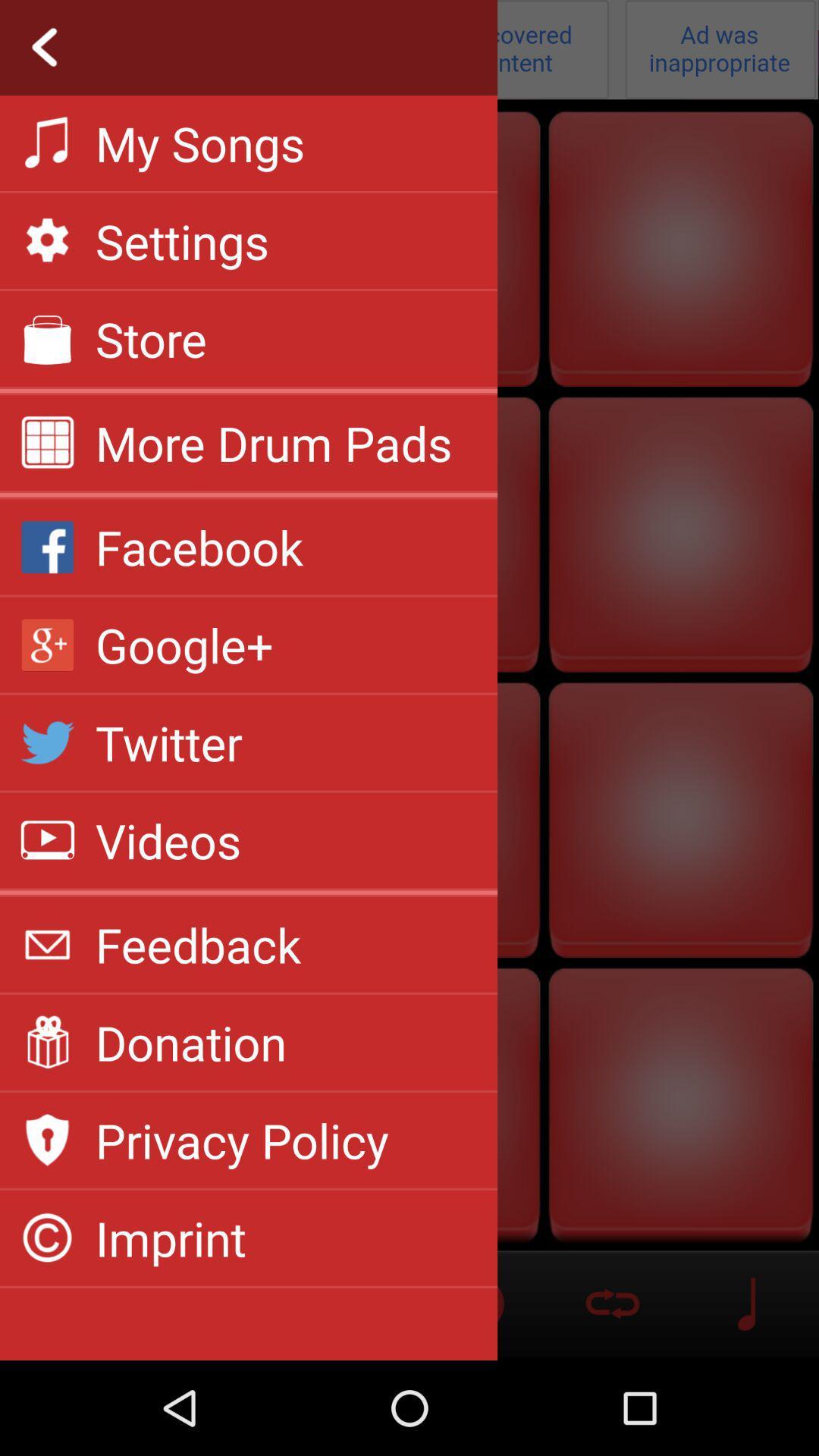  Describe the element at coordinates (184, 645) in the screenshot. I see `the item below facebook` at that location.